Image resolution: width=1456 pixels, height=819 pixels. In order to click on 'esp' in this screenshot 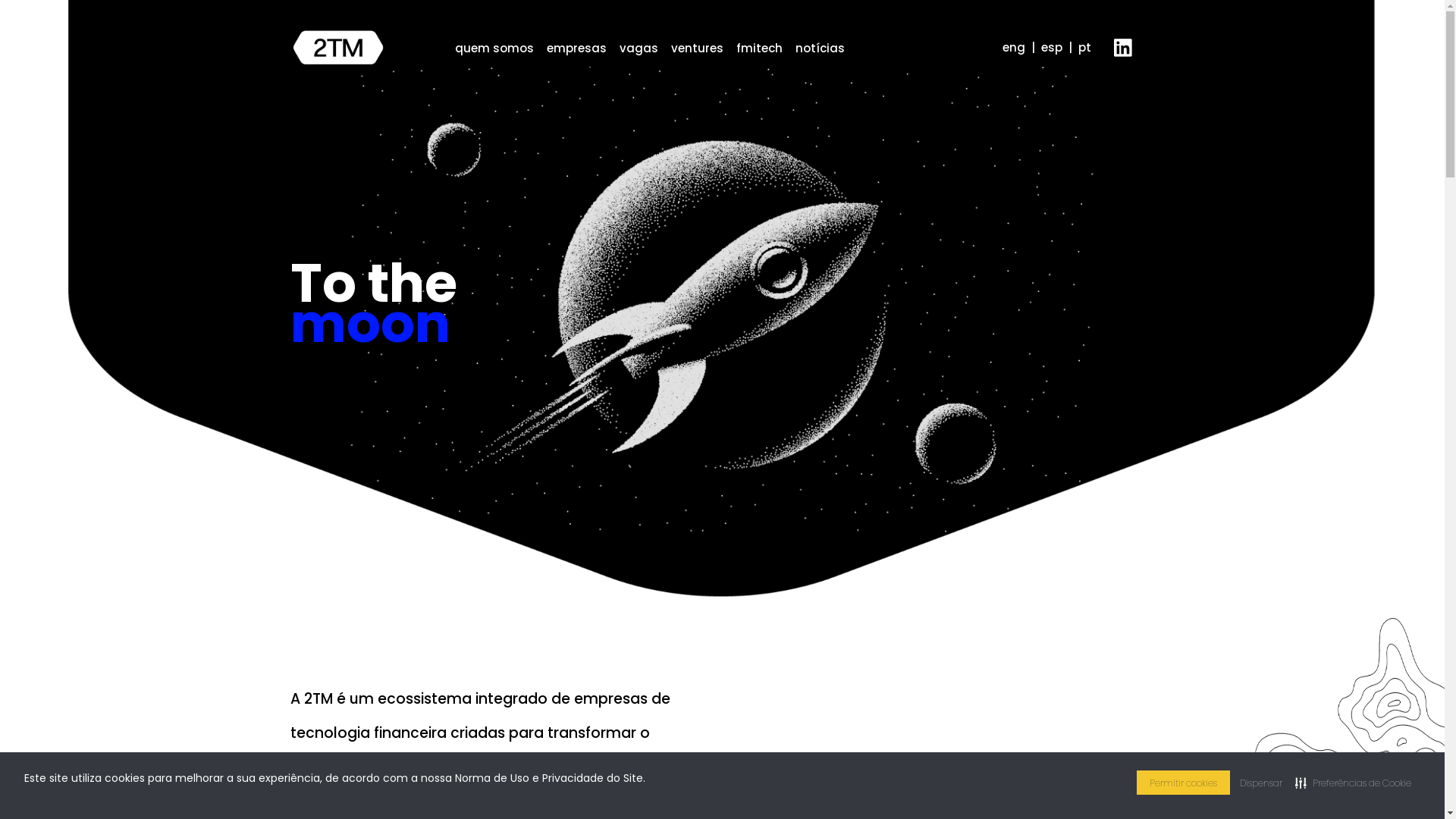, I will do `click(1040, 46)`.